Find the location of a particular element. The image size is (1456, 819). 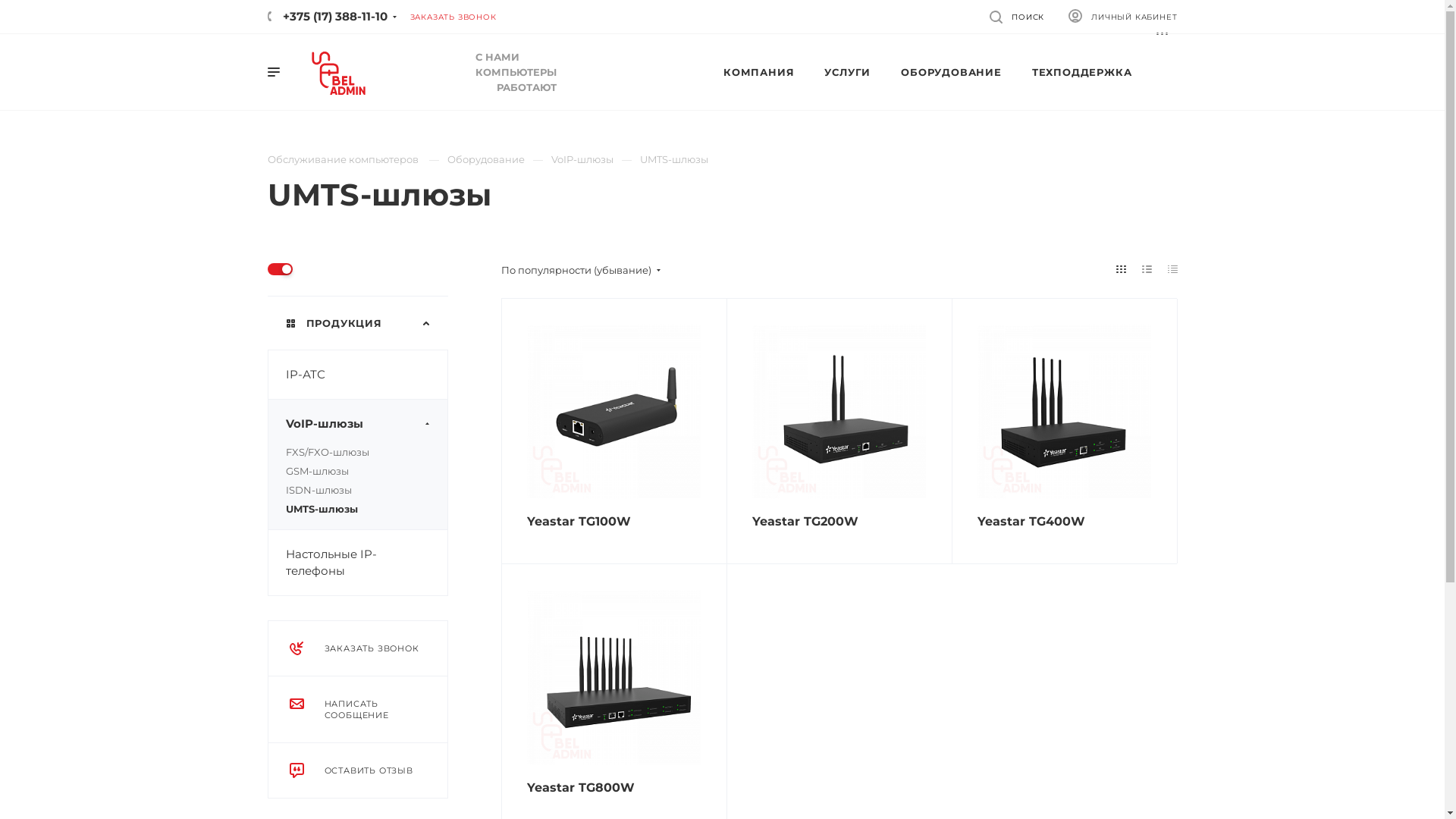

'beladmin.by' is located at coordinates (337, 73).